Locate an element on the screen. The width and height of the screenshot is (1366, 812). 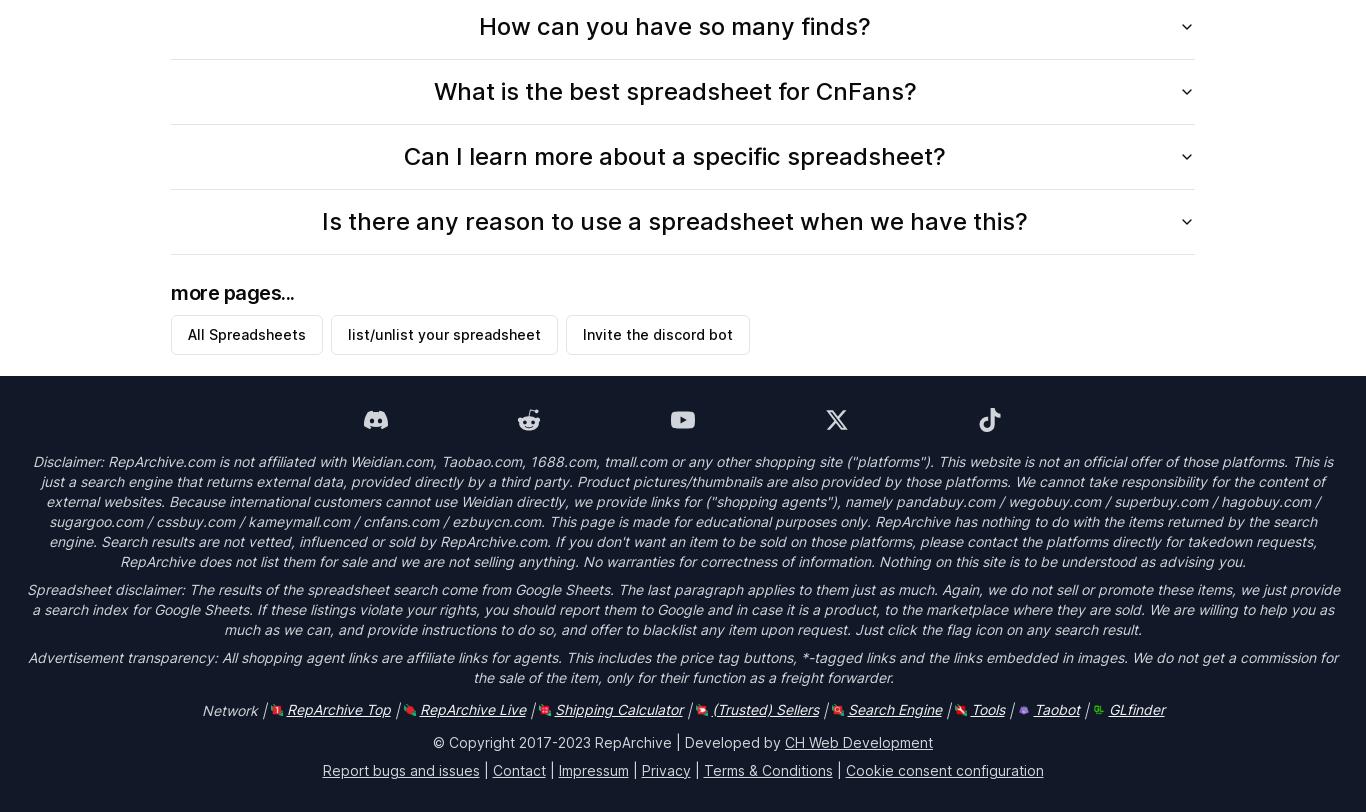
'Search Engine' is located at coordinates (893, 708).